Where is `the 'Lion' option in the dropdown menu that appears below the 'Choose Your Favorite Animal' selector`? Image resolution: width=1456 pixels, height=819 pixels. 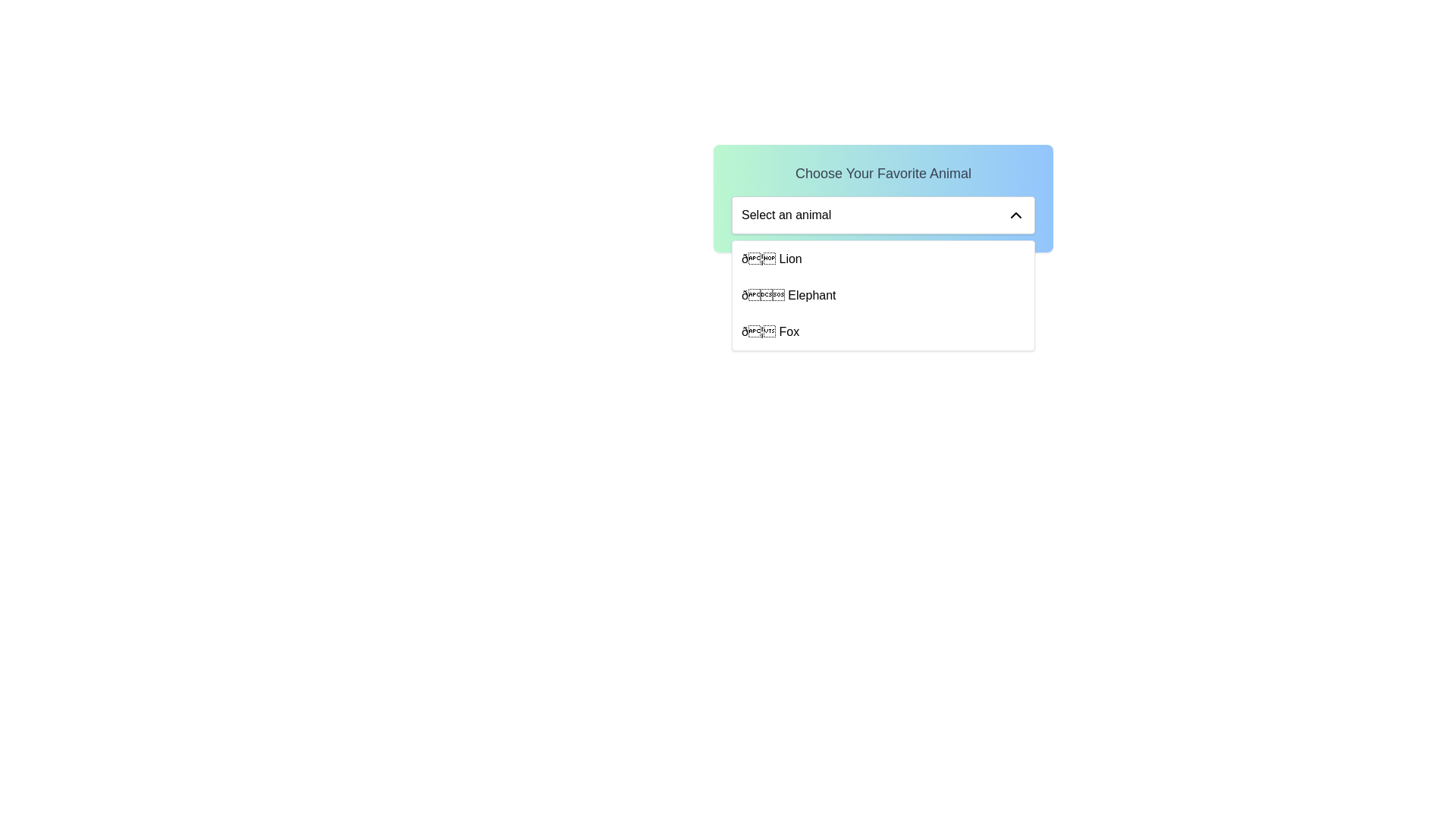
the 'Lion' option in the dropdown menu that appears below the 'Choose Your Favorite Animal' selector is located at coordinates (771, 259).